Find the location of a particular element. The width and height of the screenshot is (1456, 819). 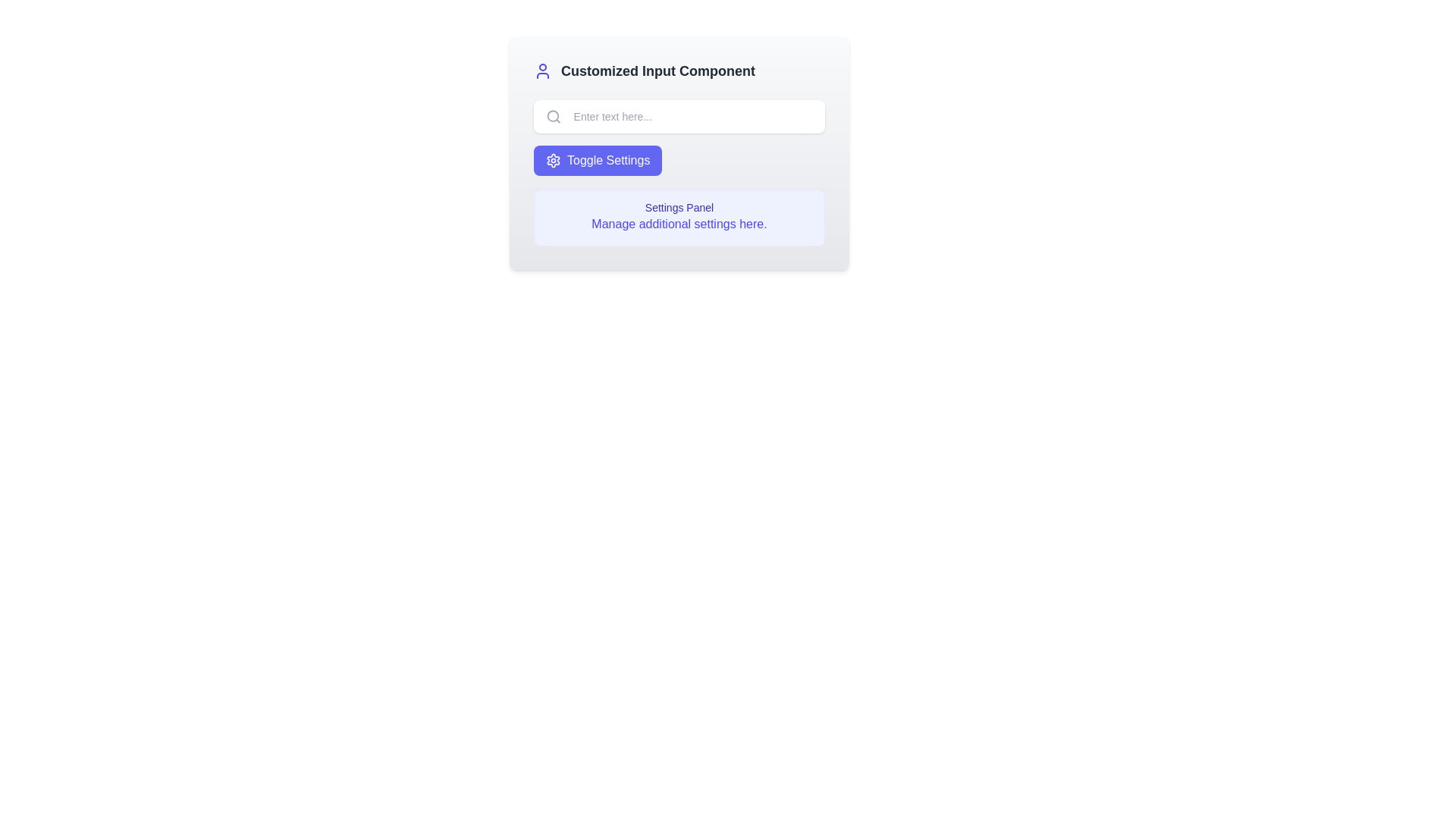

the text label that displays 'Settings Panel', which is styled in bold indigo-blue font and positioned above the label 'Manage additional settings here.' is located at coordinates (679, 207).